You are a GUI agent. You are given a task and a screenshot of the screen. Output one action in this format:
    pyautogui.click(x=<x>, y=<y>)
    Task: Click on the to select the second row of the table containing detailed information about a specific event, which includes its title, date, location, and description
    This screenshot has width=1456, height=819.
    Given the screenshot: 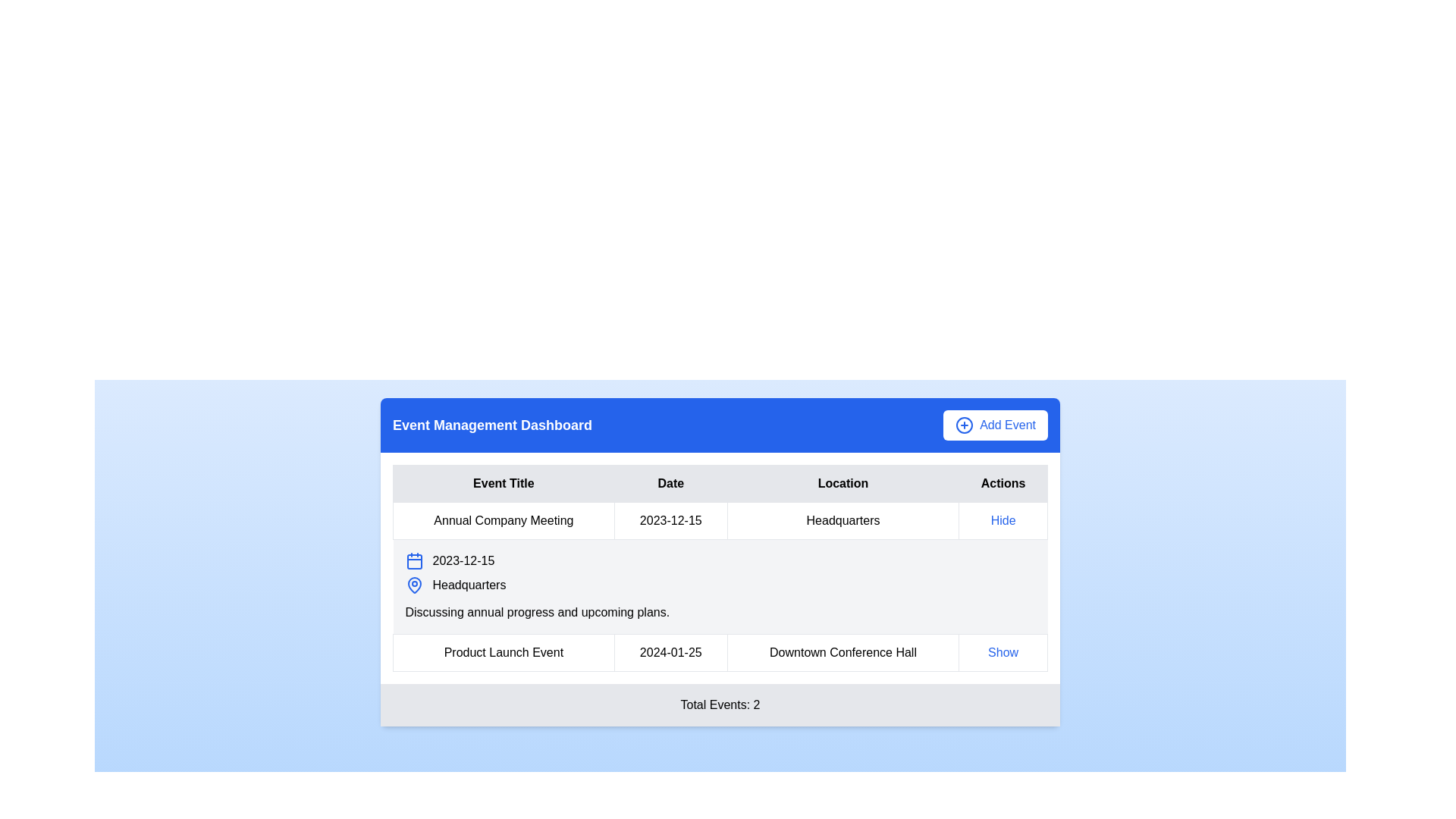 What is the action you would take?
    pyautogui.click(x=720, y=586)
    